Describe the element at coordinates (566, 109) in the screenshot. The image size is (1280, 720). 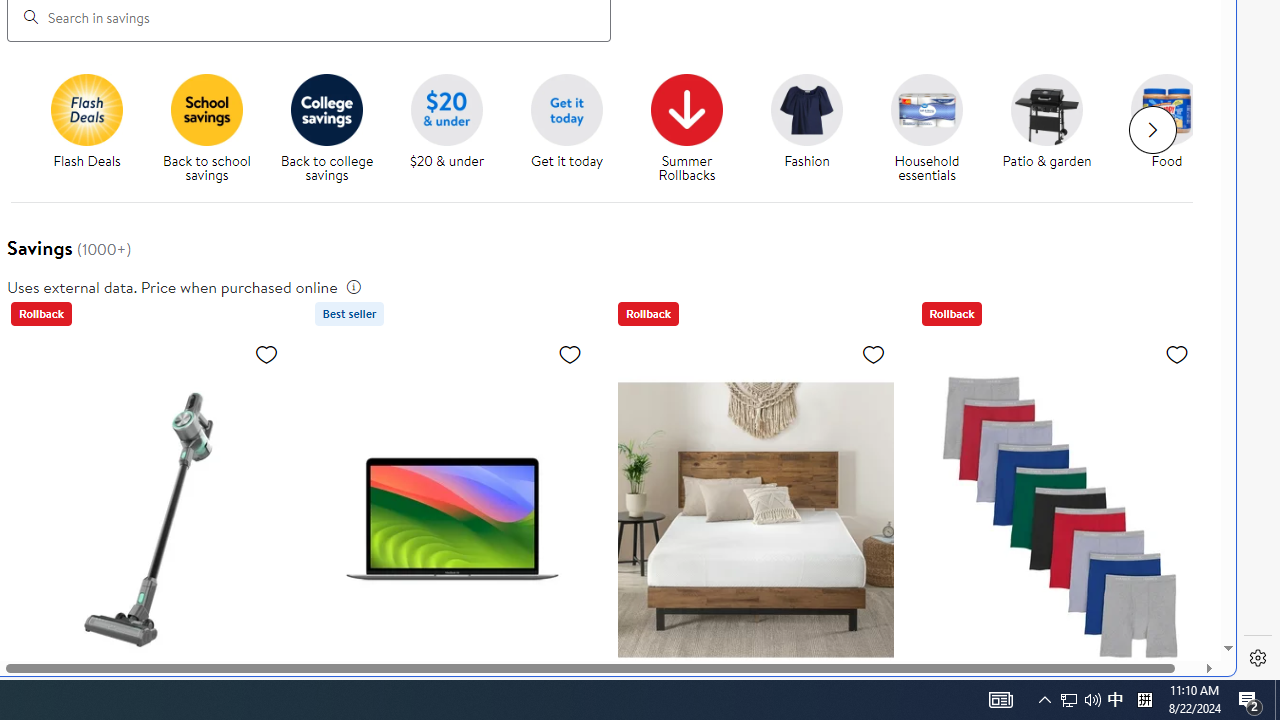
I see `'Get it today'` at that location.